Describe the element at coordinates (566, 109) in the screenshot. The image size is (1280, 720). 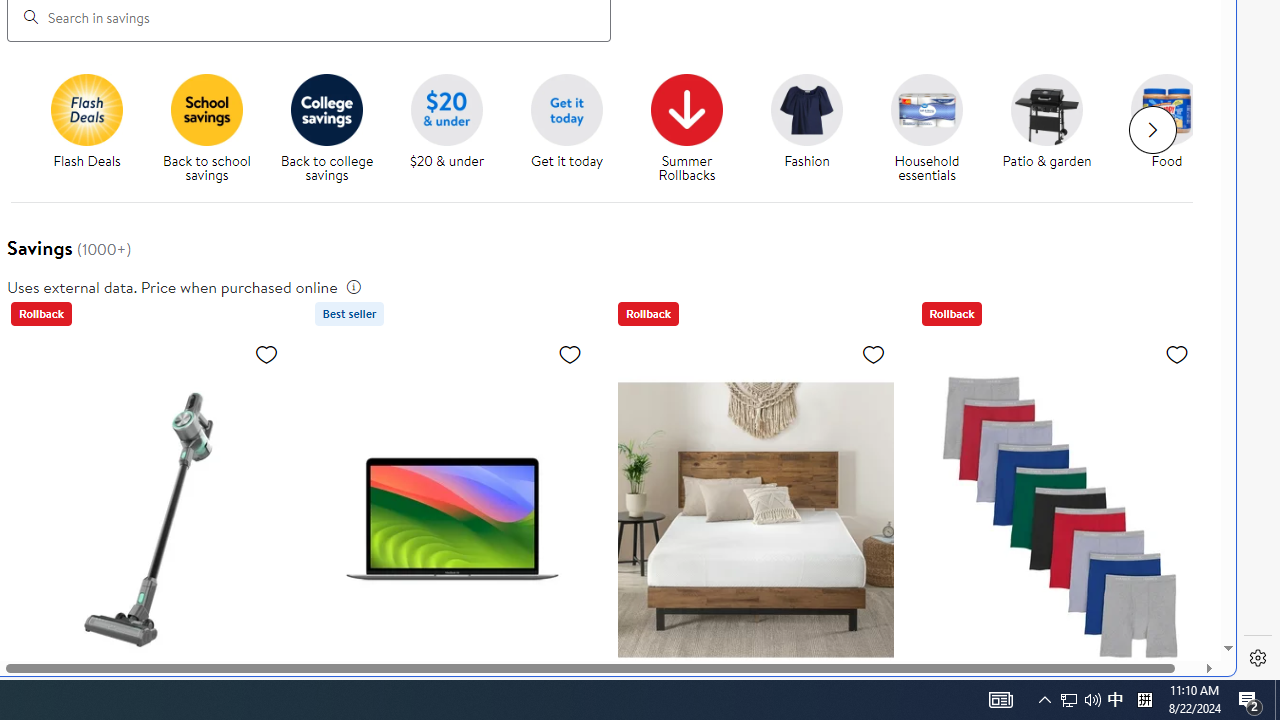
I see `'Get it today'` at that location.